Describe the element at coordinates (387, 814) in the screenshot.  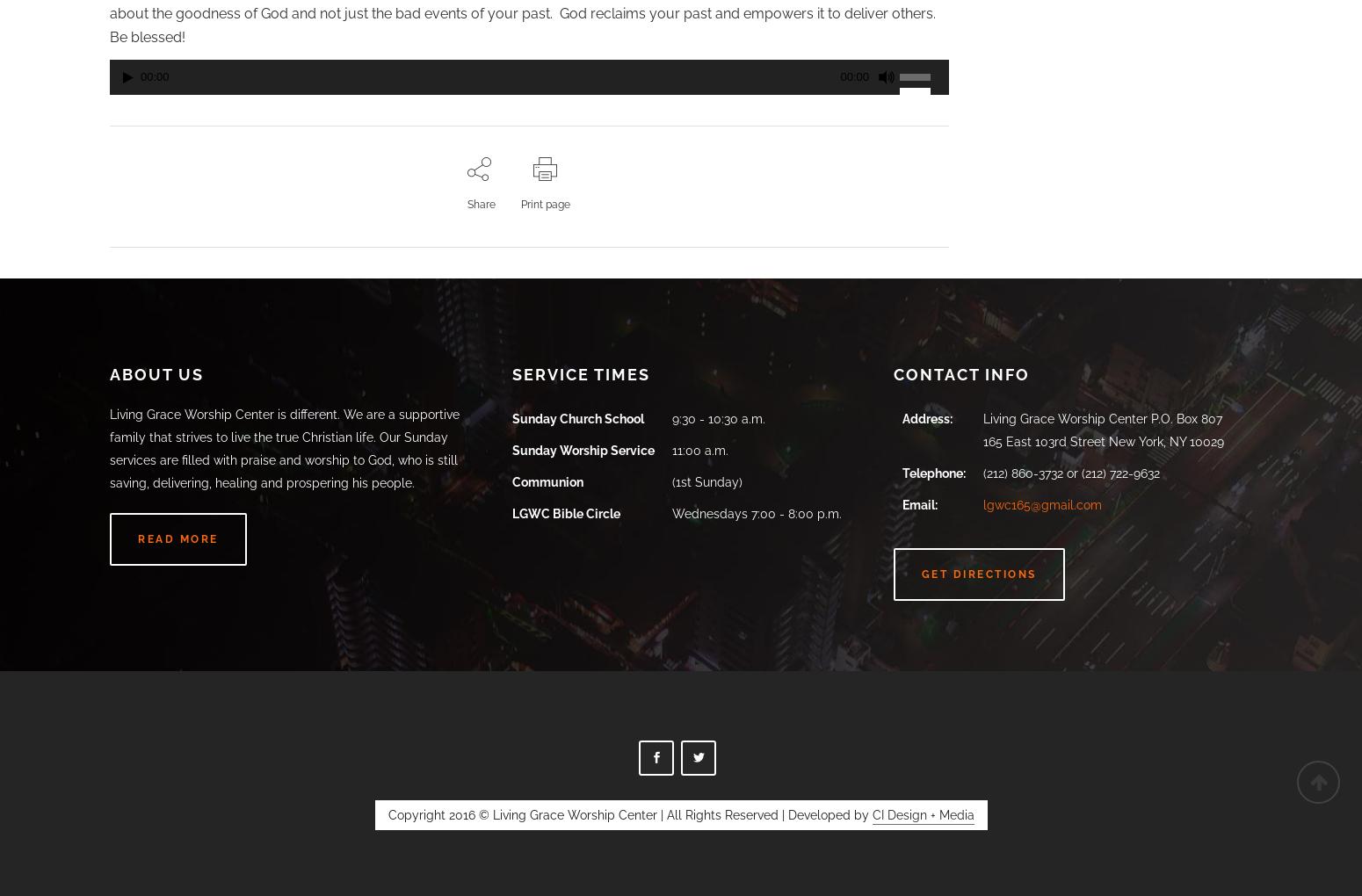
I see `'Copyright 2016 © Living Grace Worship Center | All Rights Reserved | Developed by'` at that location.